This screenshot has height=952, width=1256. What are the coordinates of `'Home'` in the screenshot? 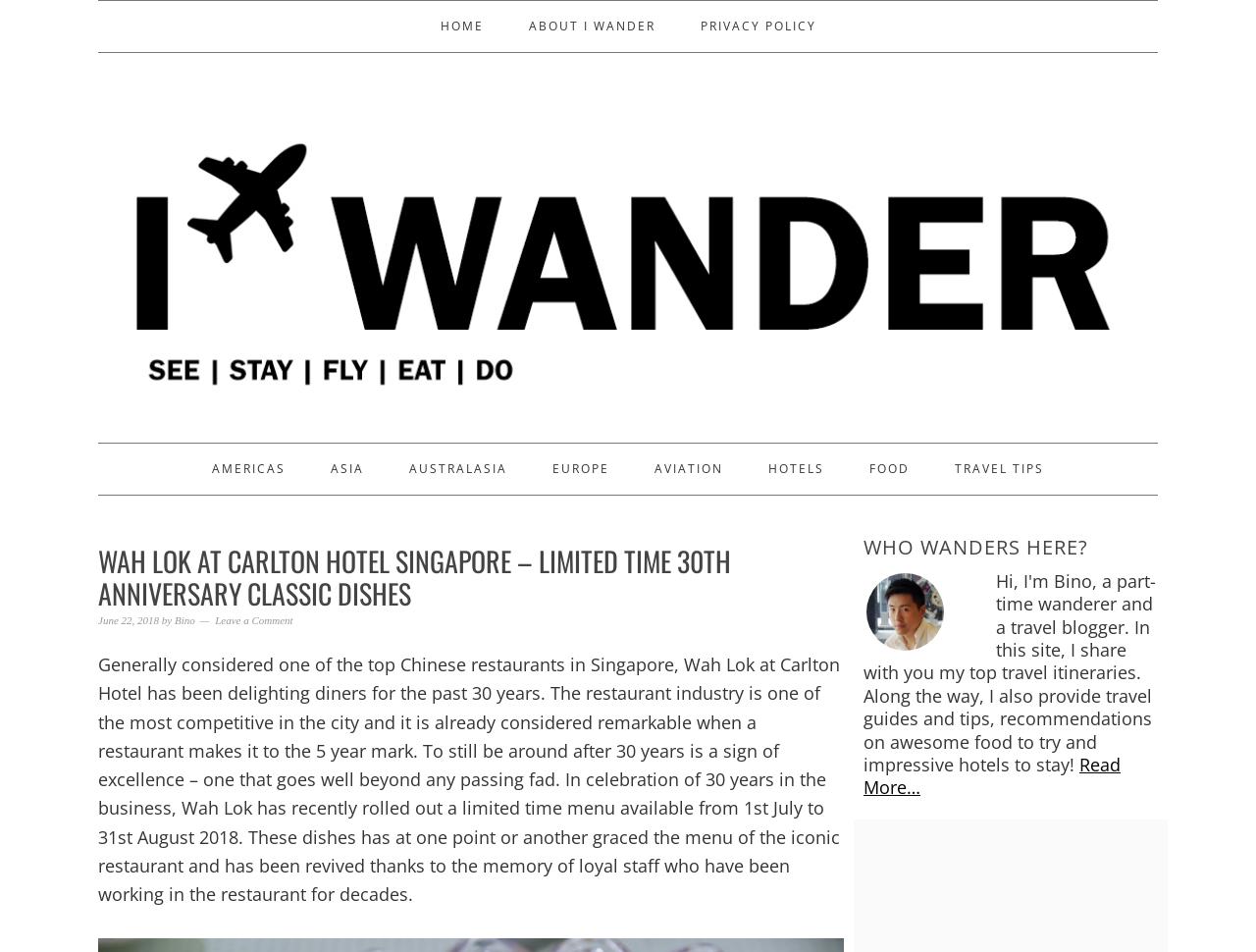 It's located at (439, 26).